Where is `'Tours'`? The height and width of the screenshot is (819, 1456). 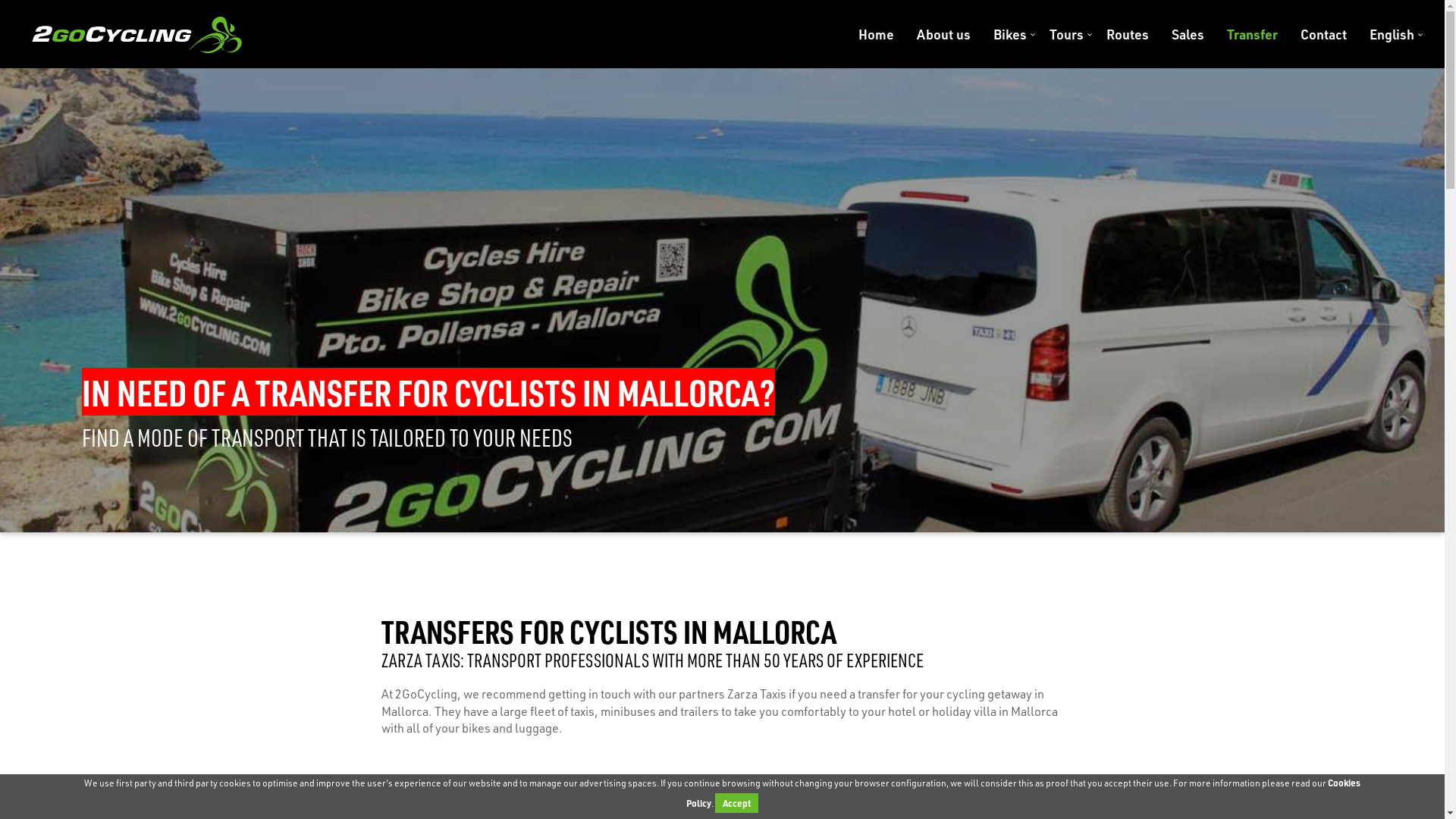 'Tours' is located at coordinates (1065, 34).